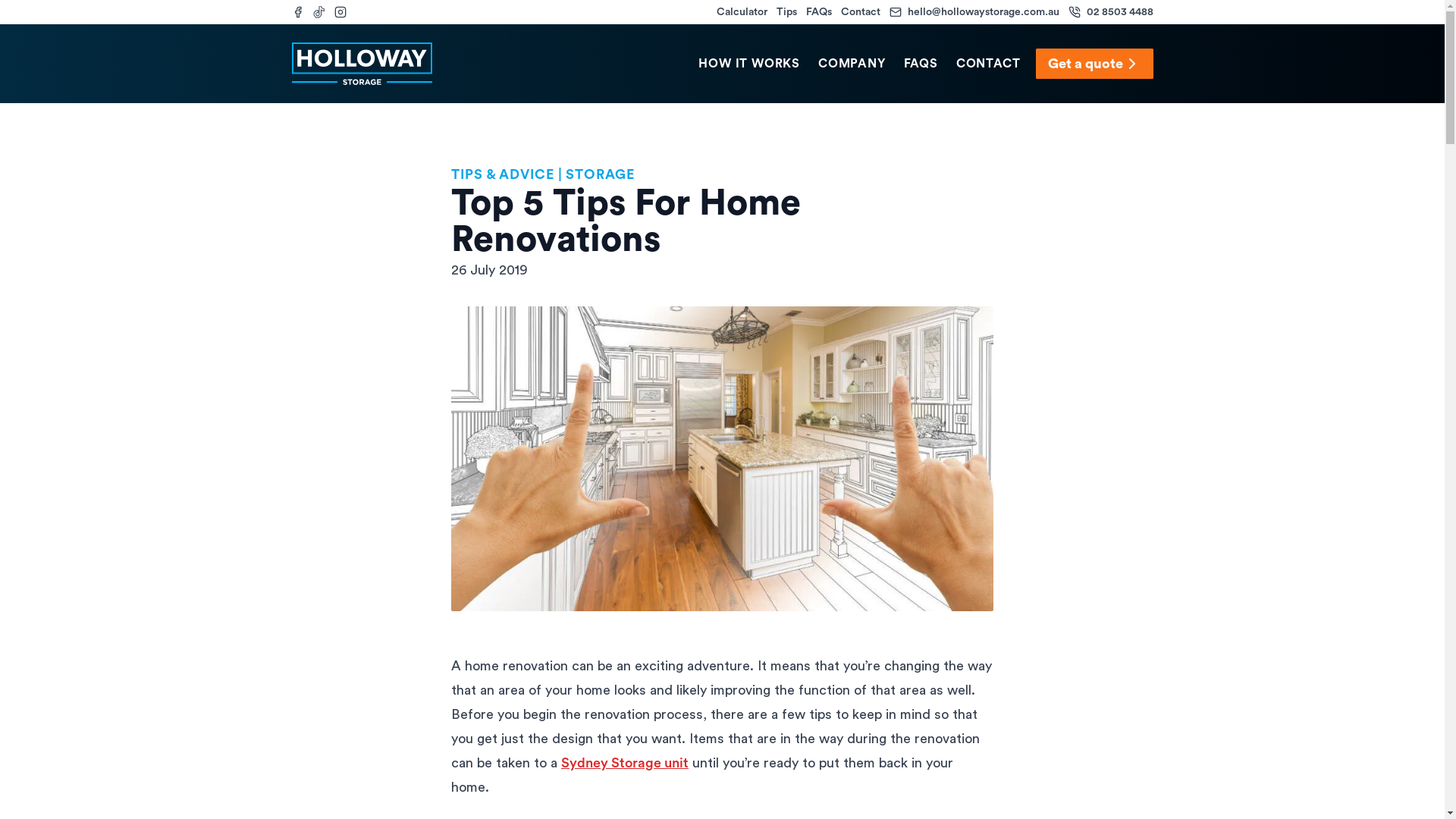  I want to click on 'Get a quote', so click(1094, 63).